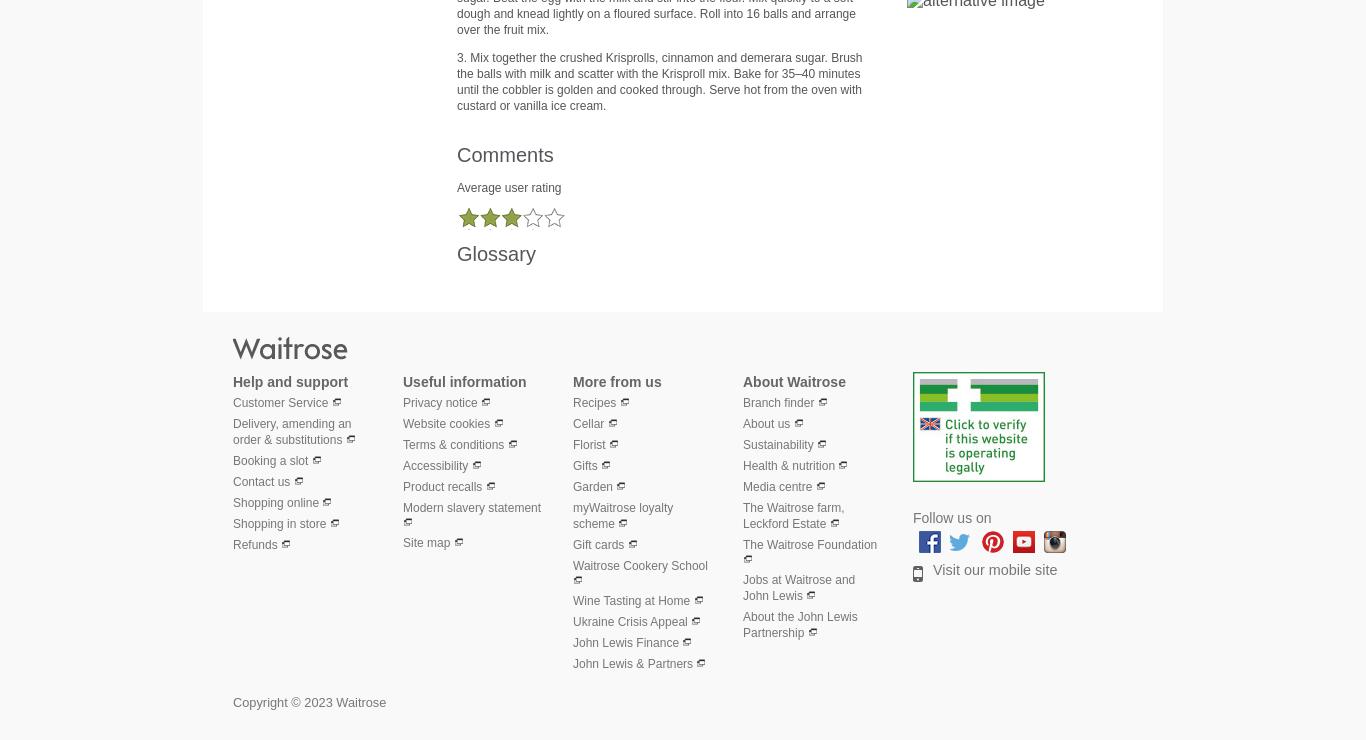 Image resolution: width=1366 pixels, height=740 pixels. I want to click on 'Terms & conditions', so click(452, 443).